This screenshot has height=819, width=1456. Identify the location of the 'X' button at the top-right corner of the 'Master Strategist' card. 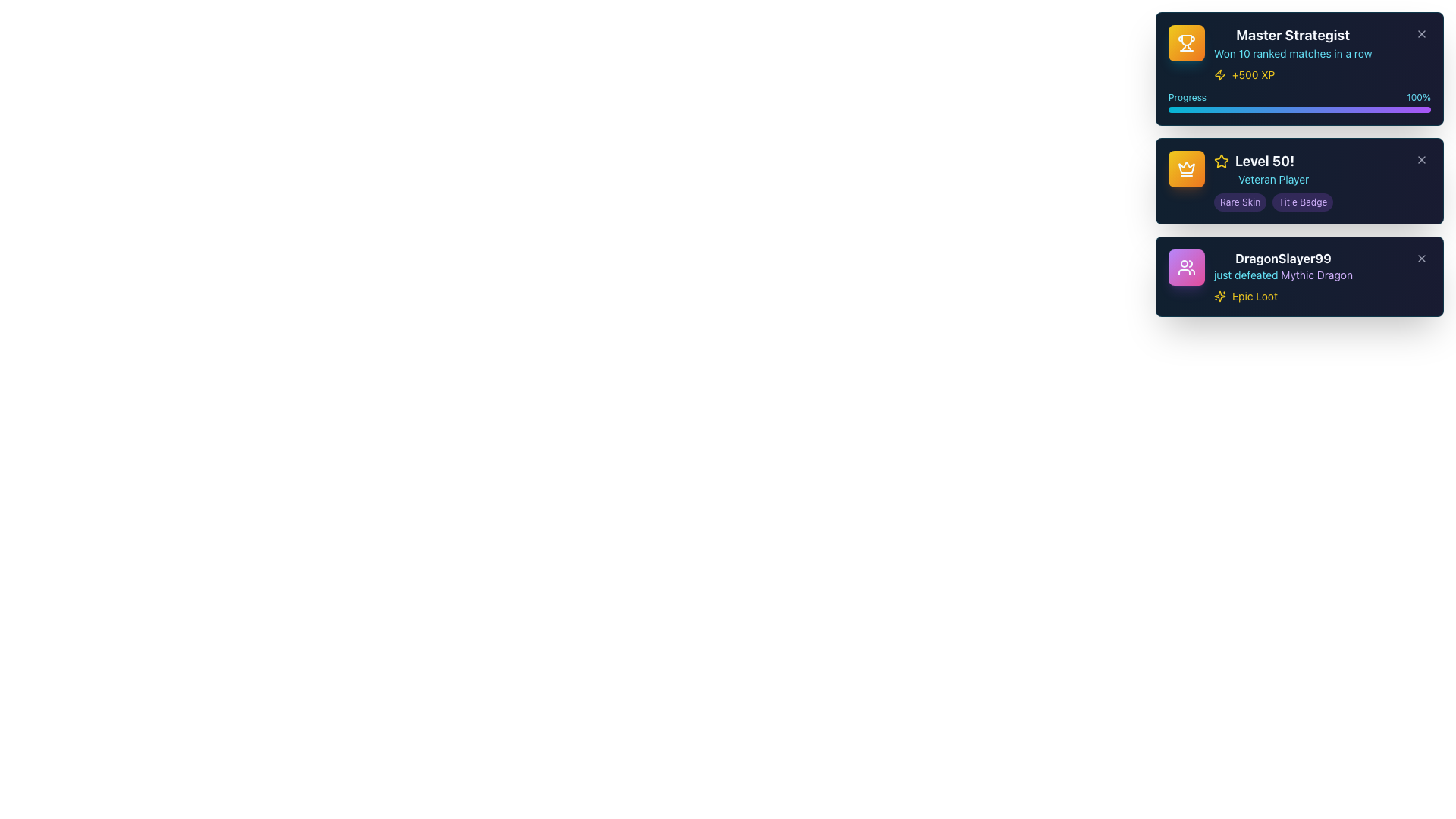
(1421, 34).